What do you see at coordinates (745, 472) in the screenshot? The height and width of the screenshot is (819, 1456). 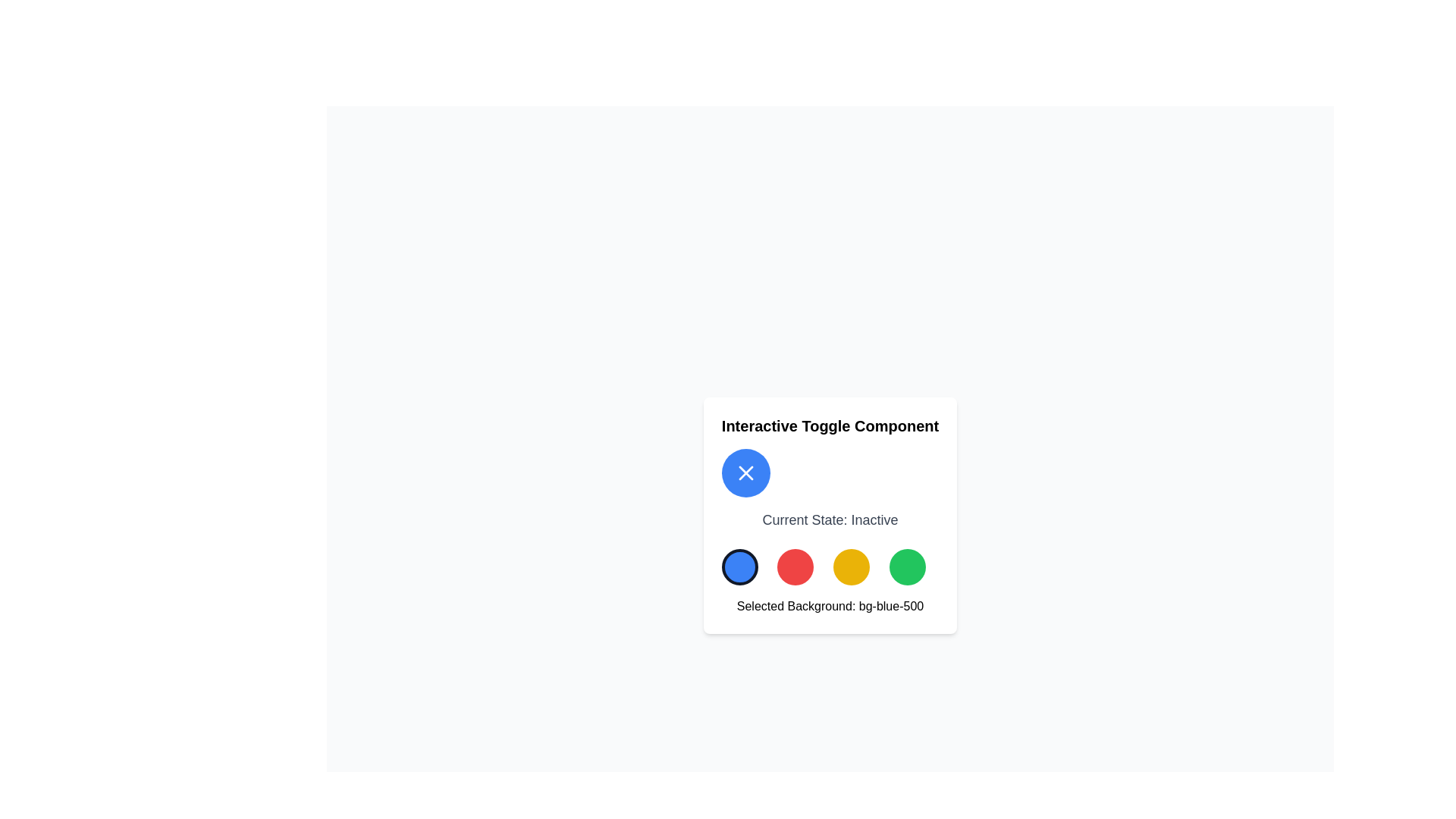 I see `the white 'X' icon on the blue circular background` at bounding box center [745, 472].